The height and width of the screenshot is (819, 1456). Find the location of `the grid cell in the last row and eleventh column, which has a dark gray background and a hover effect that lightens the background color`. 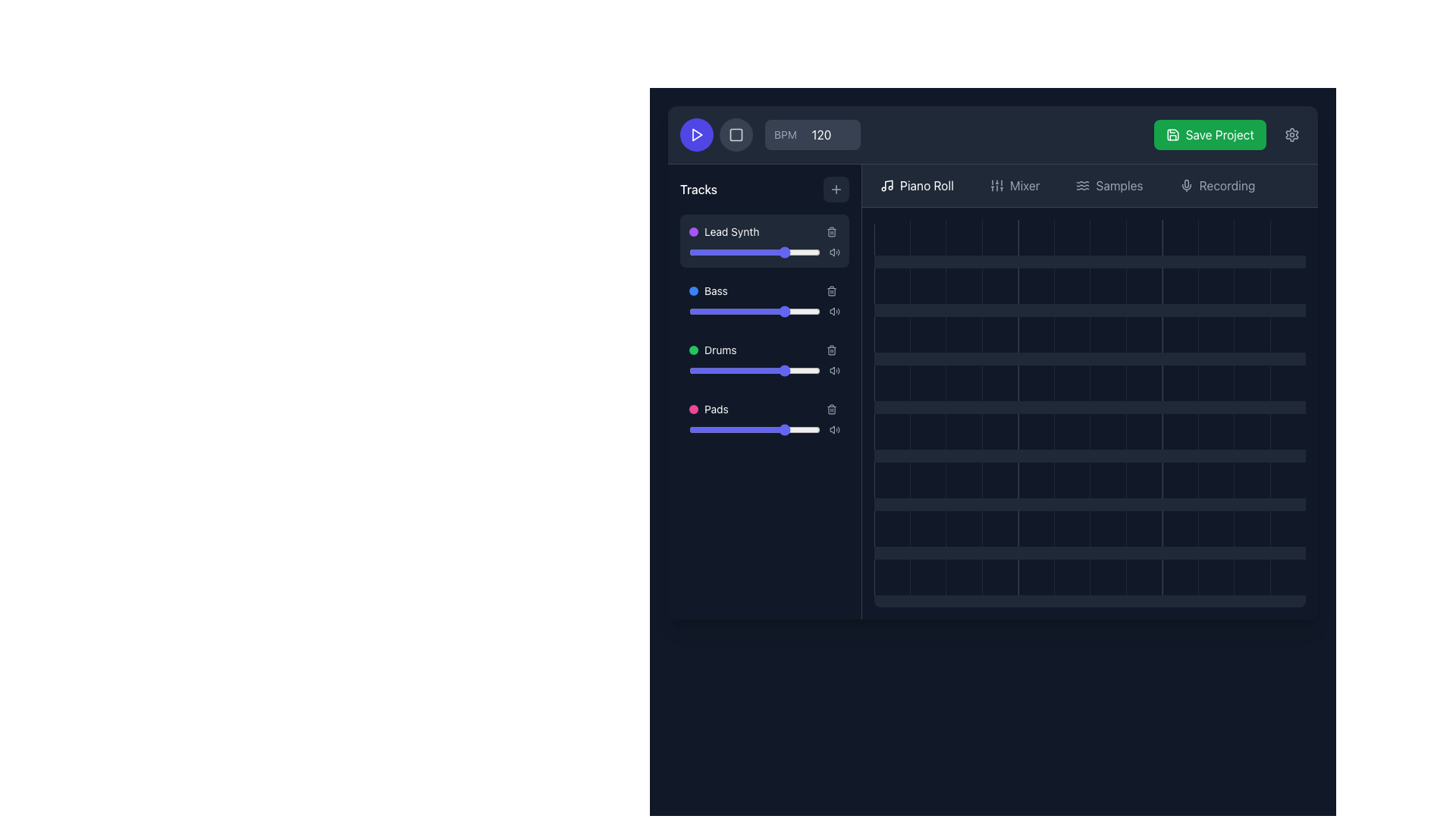

the grid cell in the last row and eleventh column, which has a dark gray background and a hover effect that lightens the background color is located at coordinates (1252, 431).